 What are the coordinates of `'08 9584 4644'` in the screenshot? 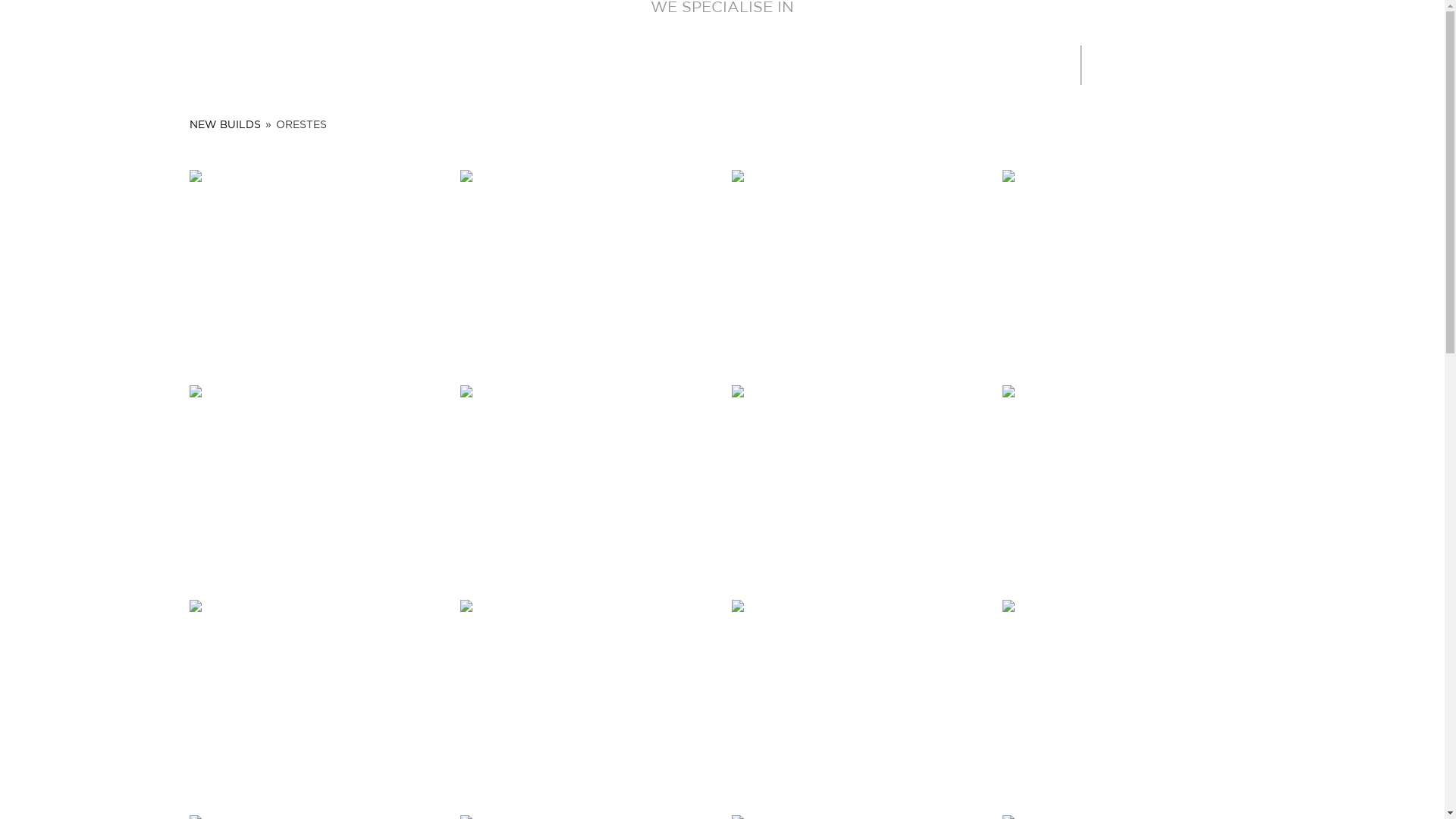 It's located at (1156, 64).